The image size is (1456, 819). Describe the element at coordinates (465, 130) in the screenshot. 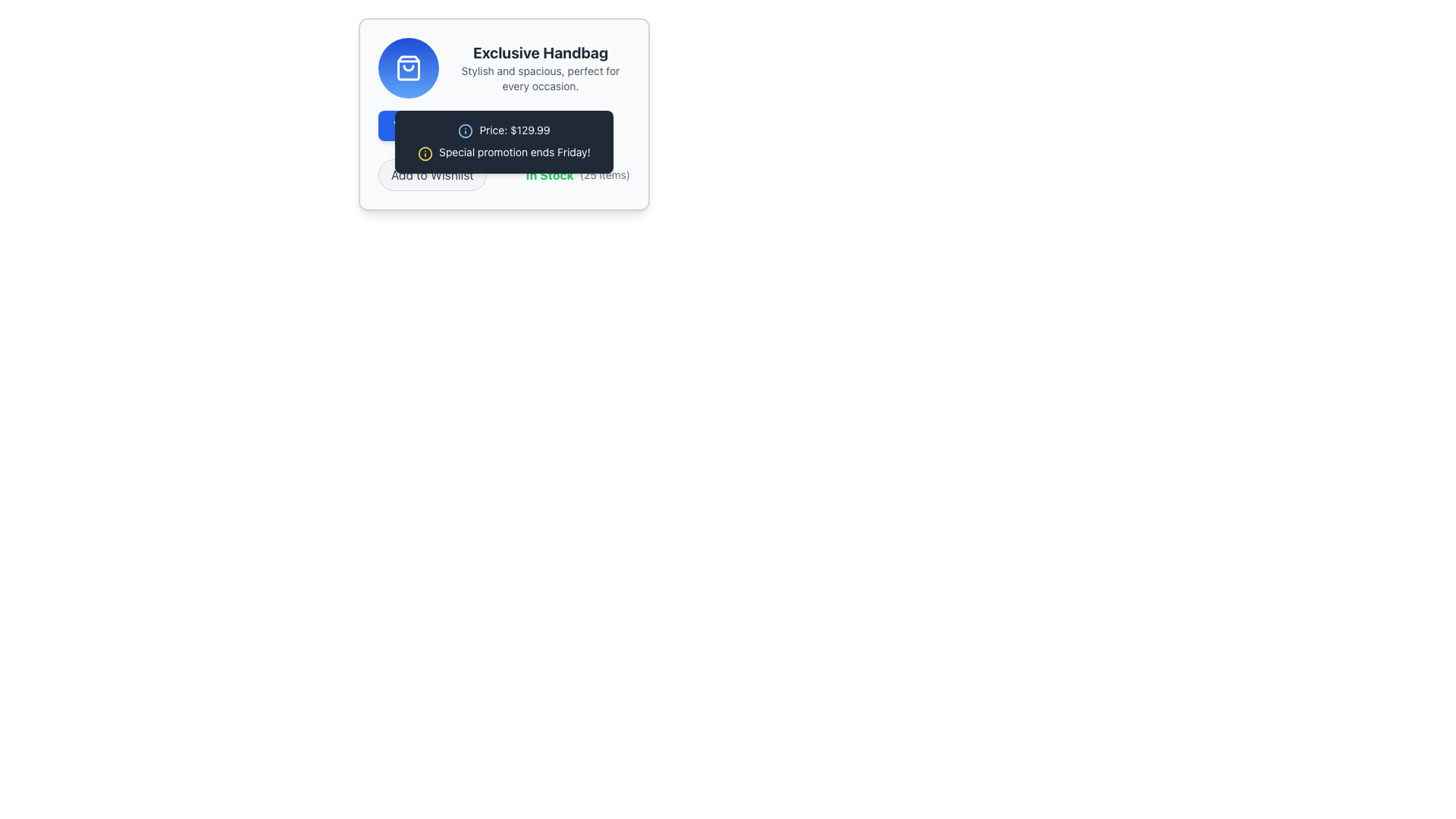

I see `the decorative informational icon, which is a circular design with a blue outline and a centrally placed dot, located to the left of the text 'Price: $129.99'` at that location.